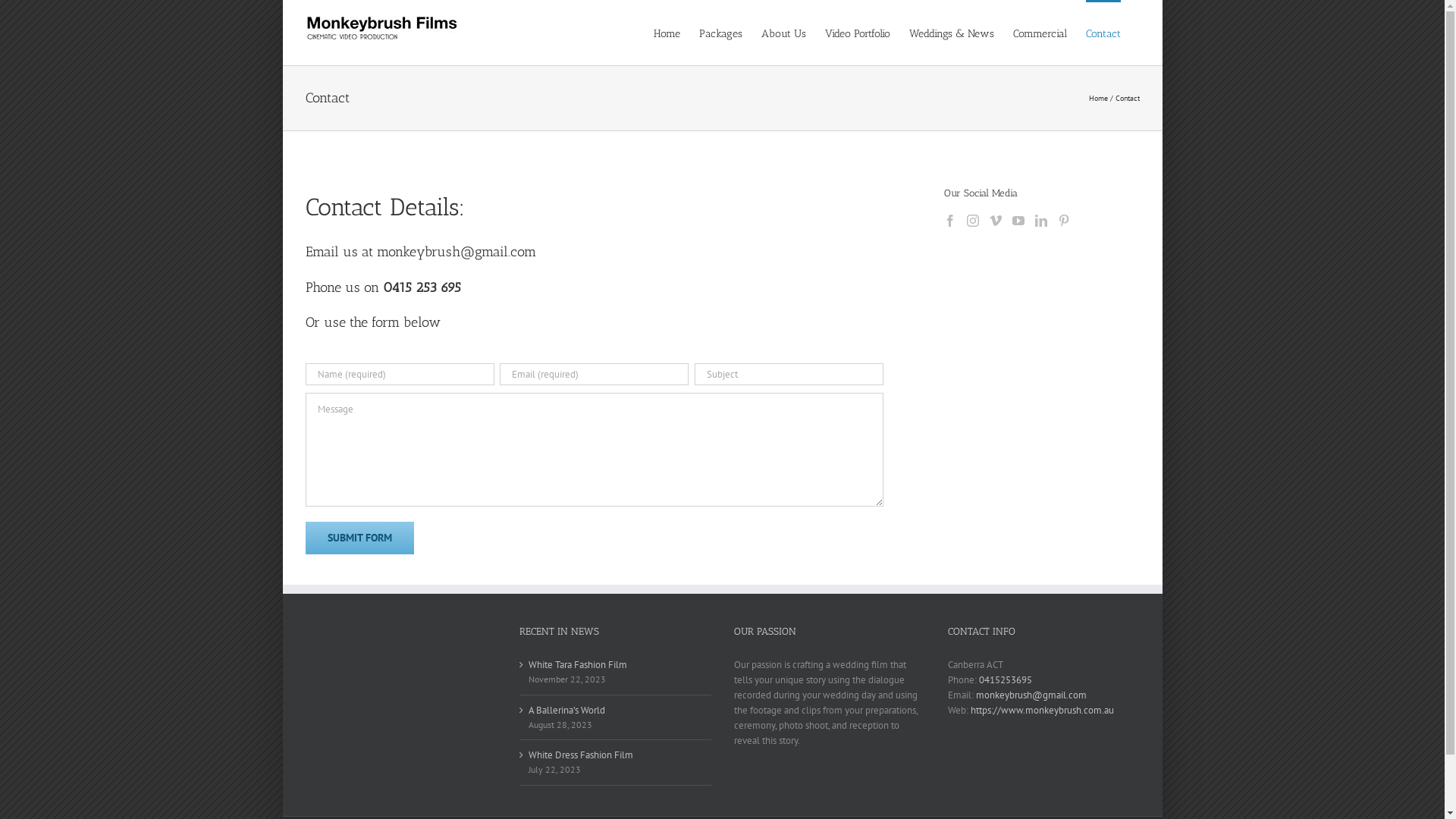 The width and height of the screenshot is (1456, 819). What do you see at coordinates (1039, 32) in the screenshot?
I see `'Commercial'` at bounding box center [1039, 32].